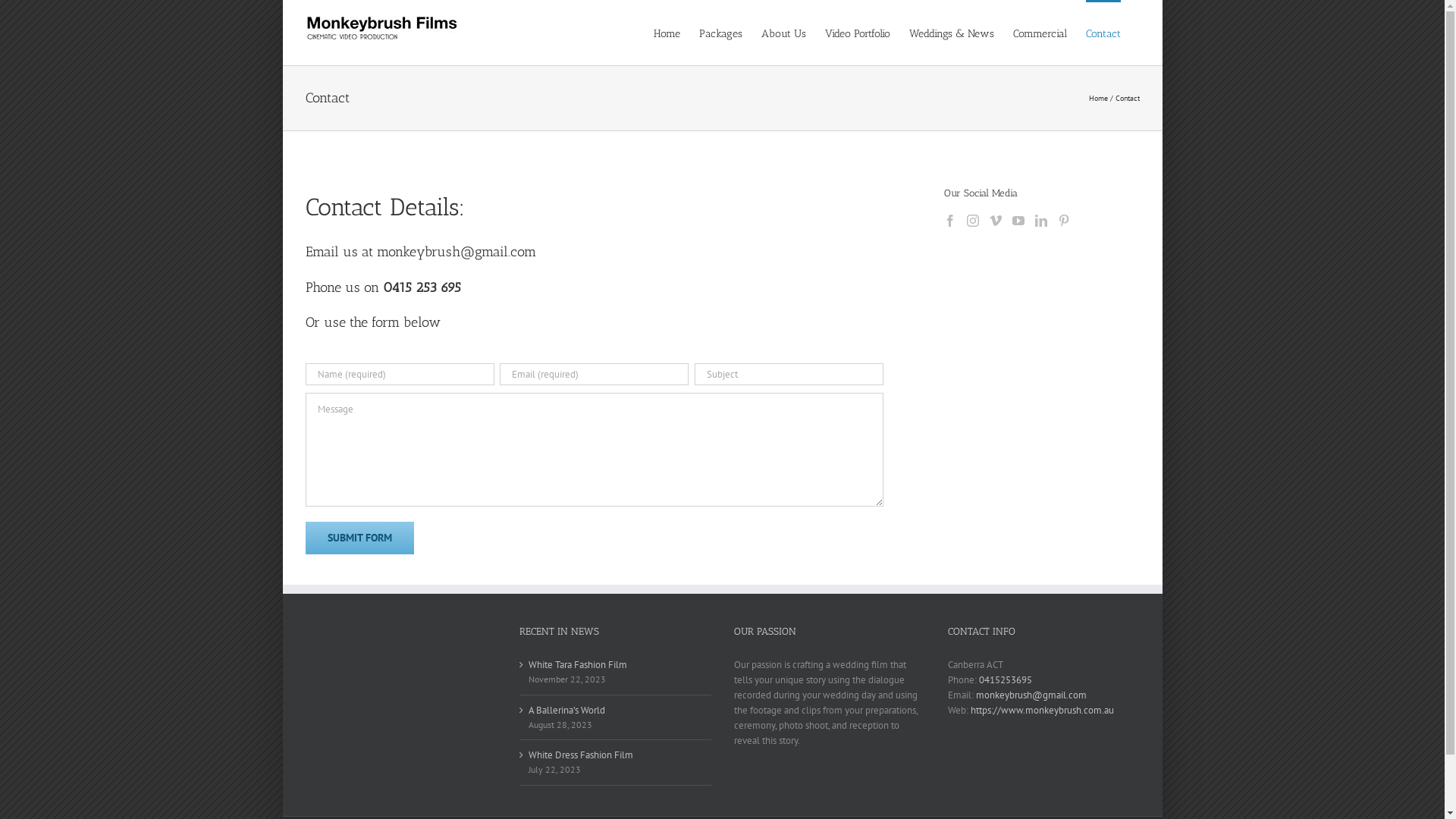 The width and height of the screenshot is (1456, 819). What do you see at coordinates (1039, 32) in the screenshot?
I see `'Commercial'` at bounding box center [1039, 32].